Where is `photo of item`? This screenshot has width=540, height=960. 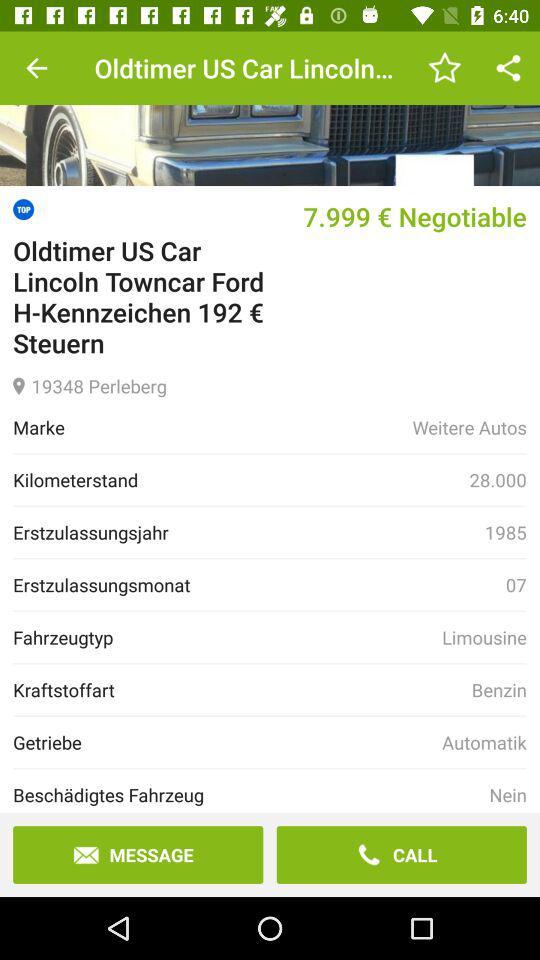 photo of item is located at coordinates (270, 108).